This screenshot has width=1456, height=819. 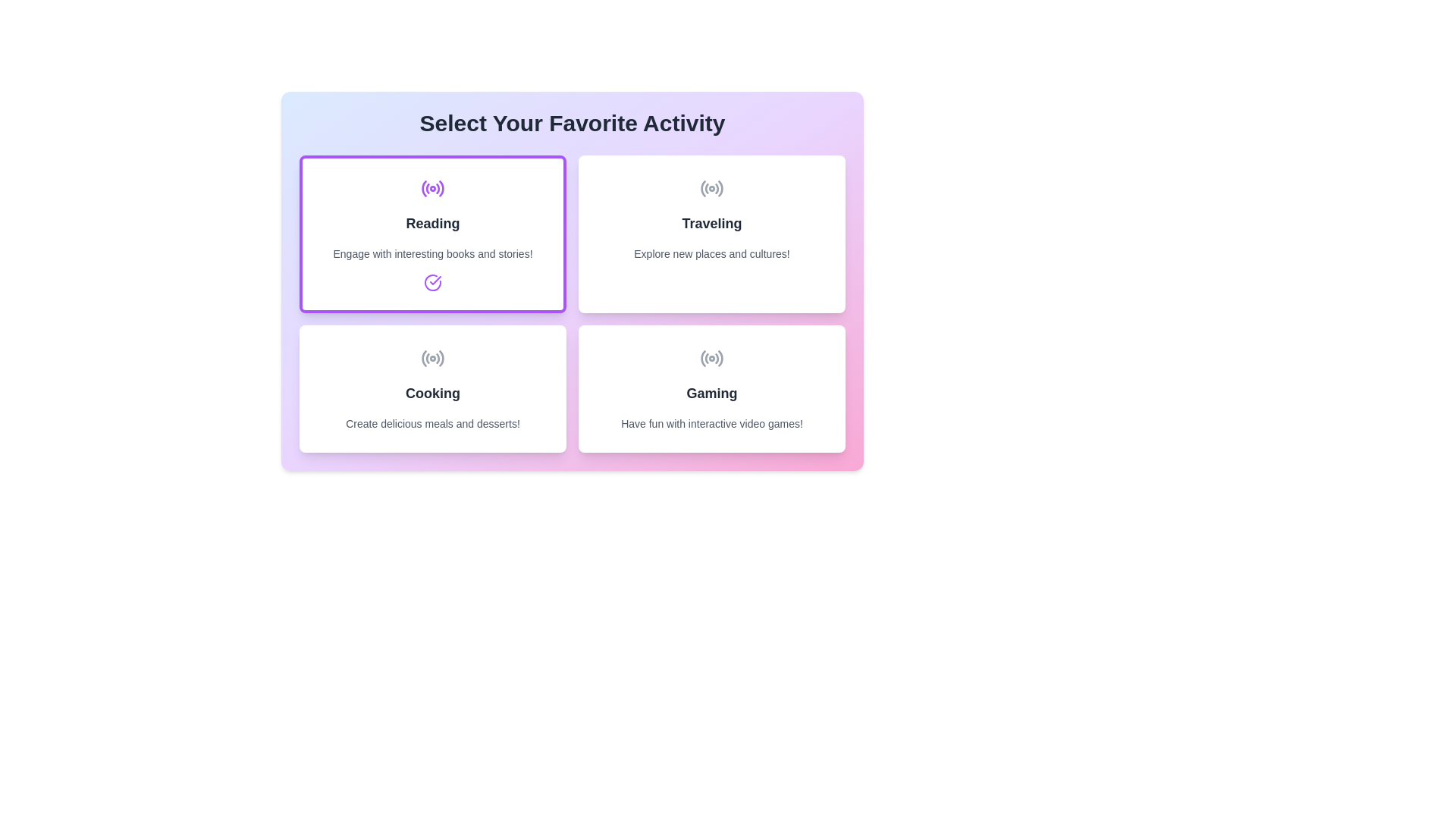 What do you see at coordinates (424, 188) in the screenshot?
I see `the decorative radio wave icon located at the top-left part of the radio icon graphic, which enhances the representation of broadcasting or sound-related concepts` at bounding box center [424, 188].